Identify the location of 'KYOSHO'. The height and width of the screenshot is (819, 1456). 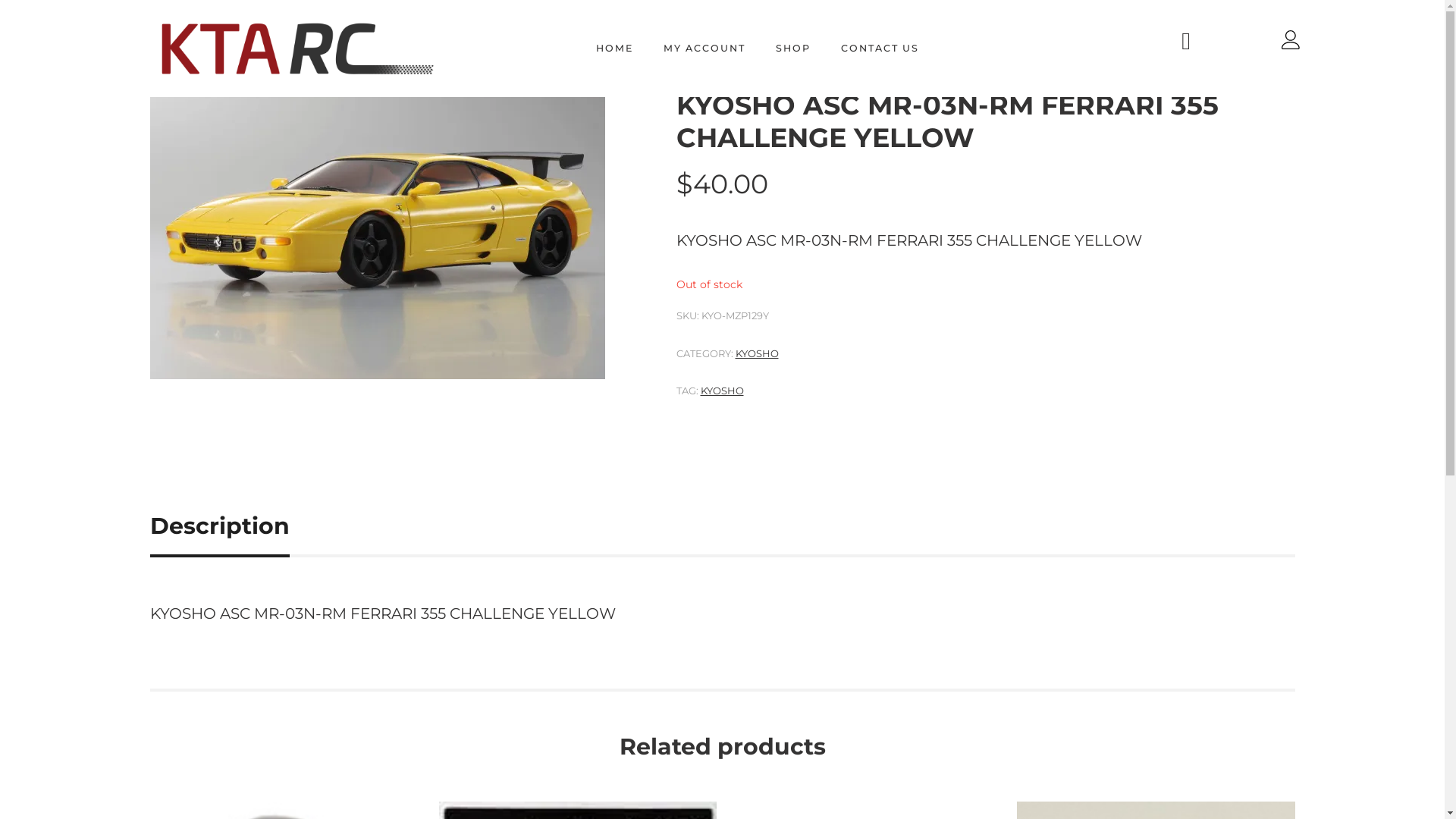
(846, 61).